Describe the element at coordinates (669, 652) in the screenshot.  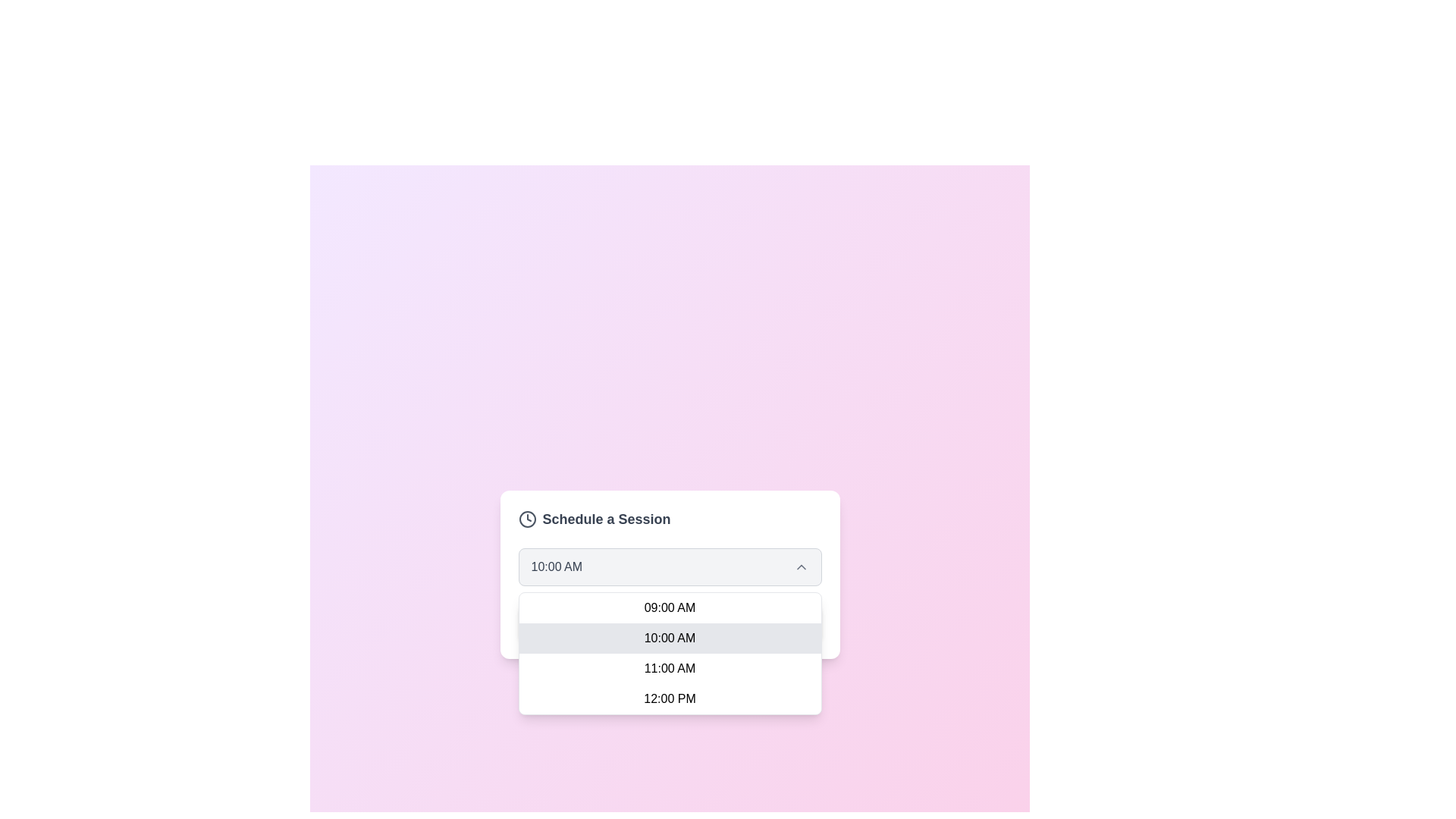
I see `the second option in the dropdown menu` at that location.